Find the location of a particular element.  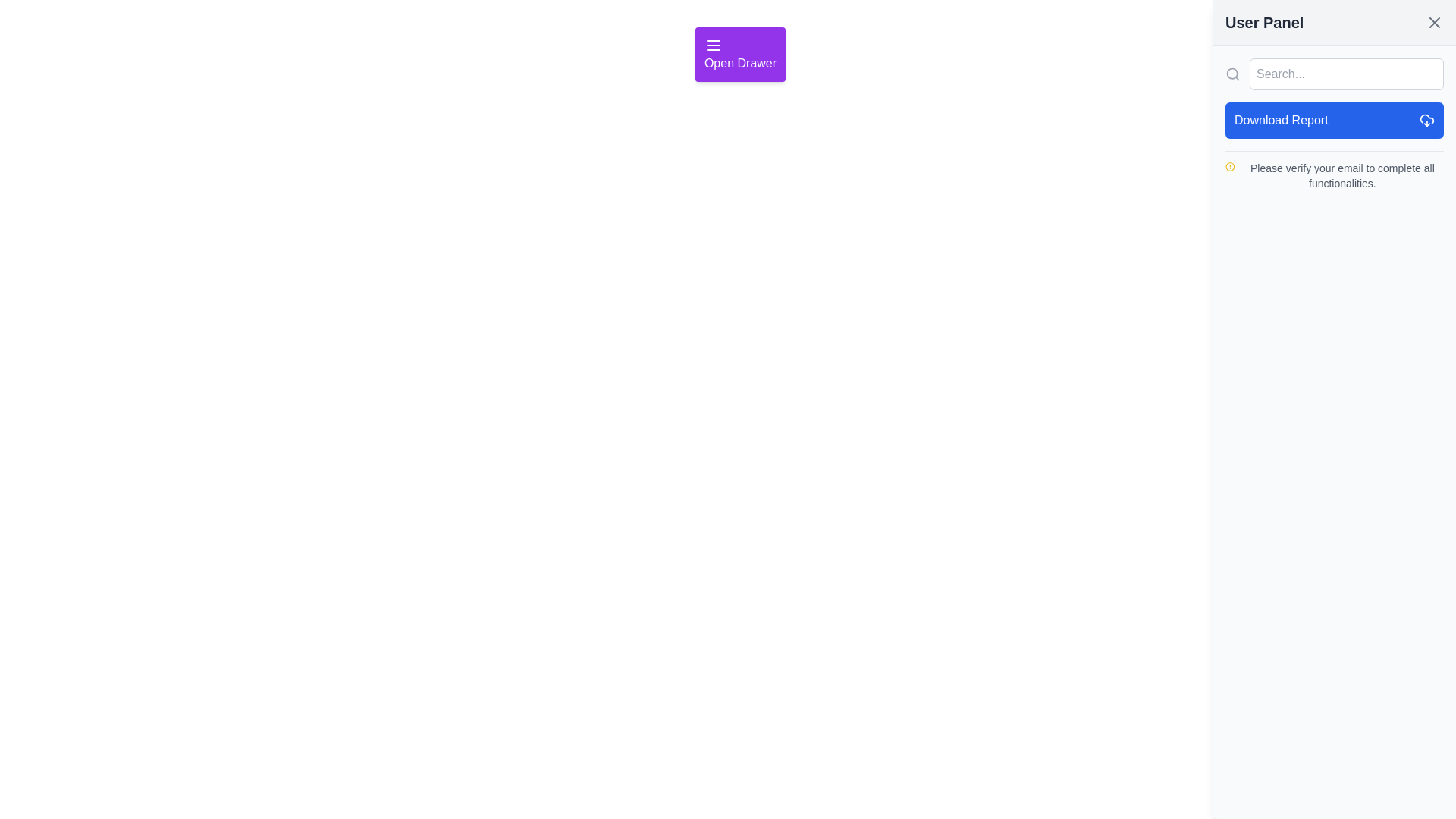

notification message that prompts the user to verify their email, located below the 'Download Report' button in the User Panel is located at coordinates (1335, 171).